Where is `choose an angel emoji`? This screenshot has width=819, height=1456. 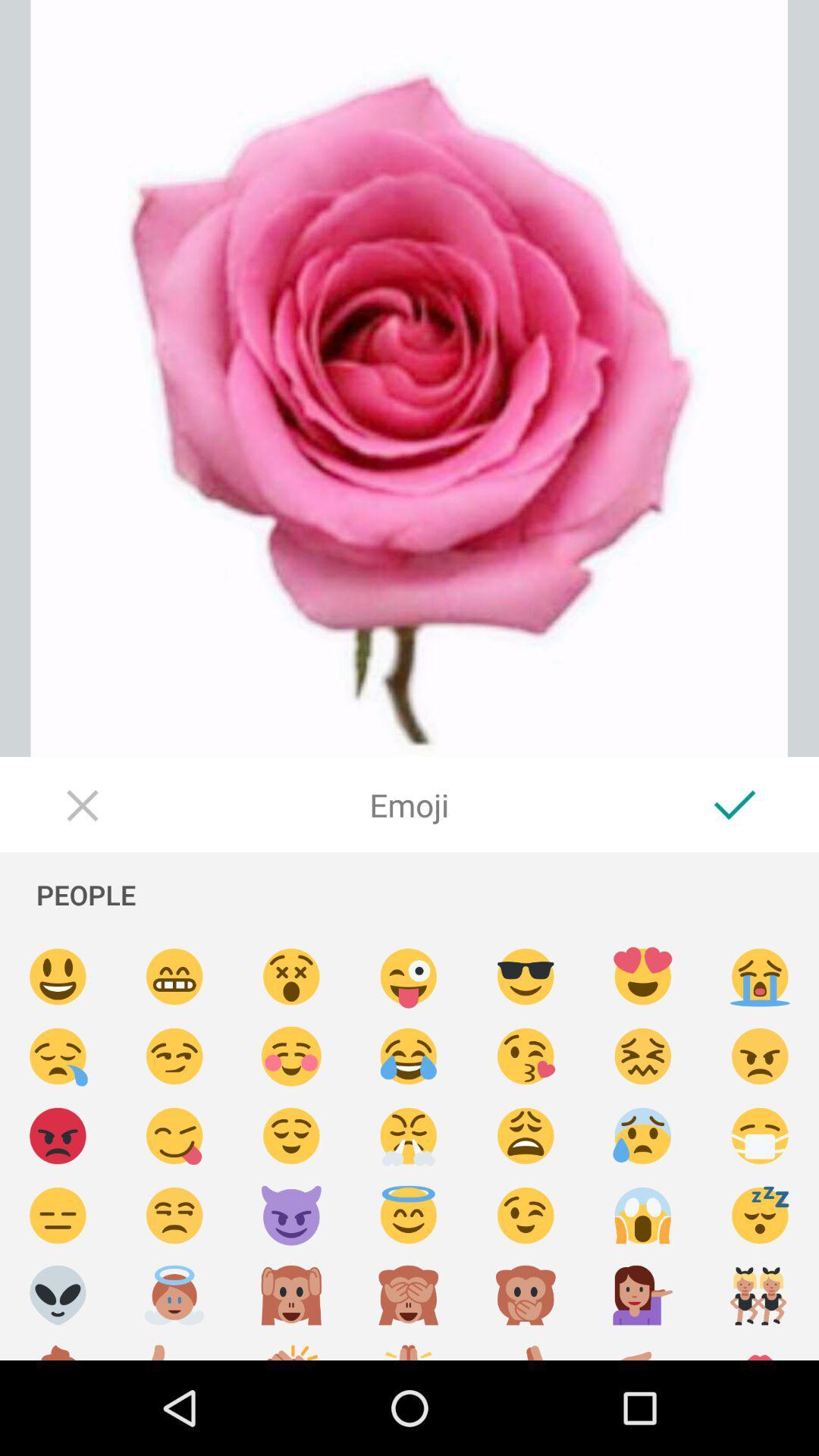
choose an angel emoji is located at coordinates (174, 1294).